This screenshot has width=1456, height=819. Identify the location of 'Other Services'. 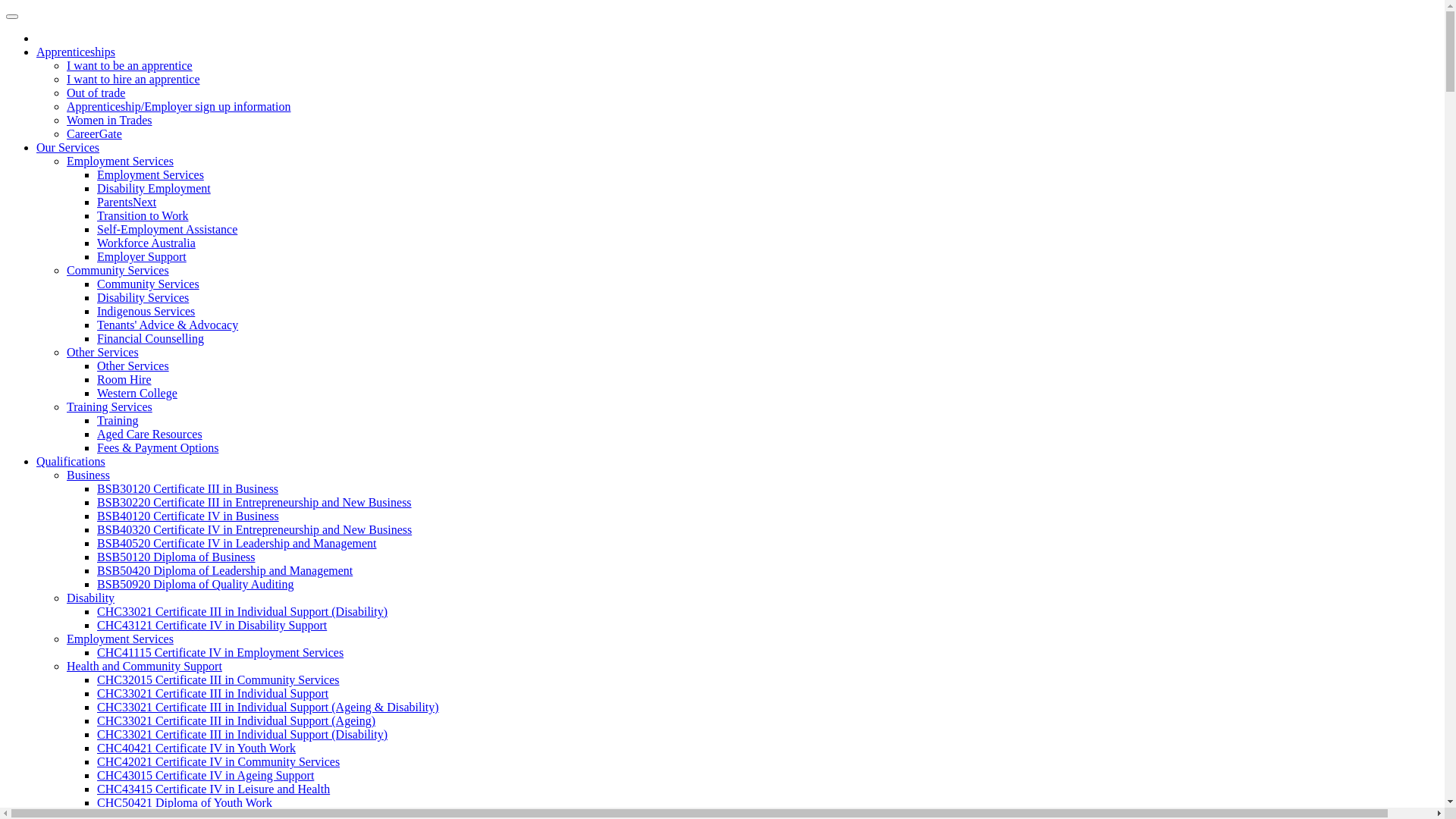
(133, 366).